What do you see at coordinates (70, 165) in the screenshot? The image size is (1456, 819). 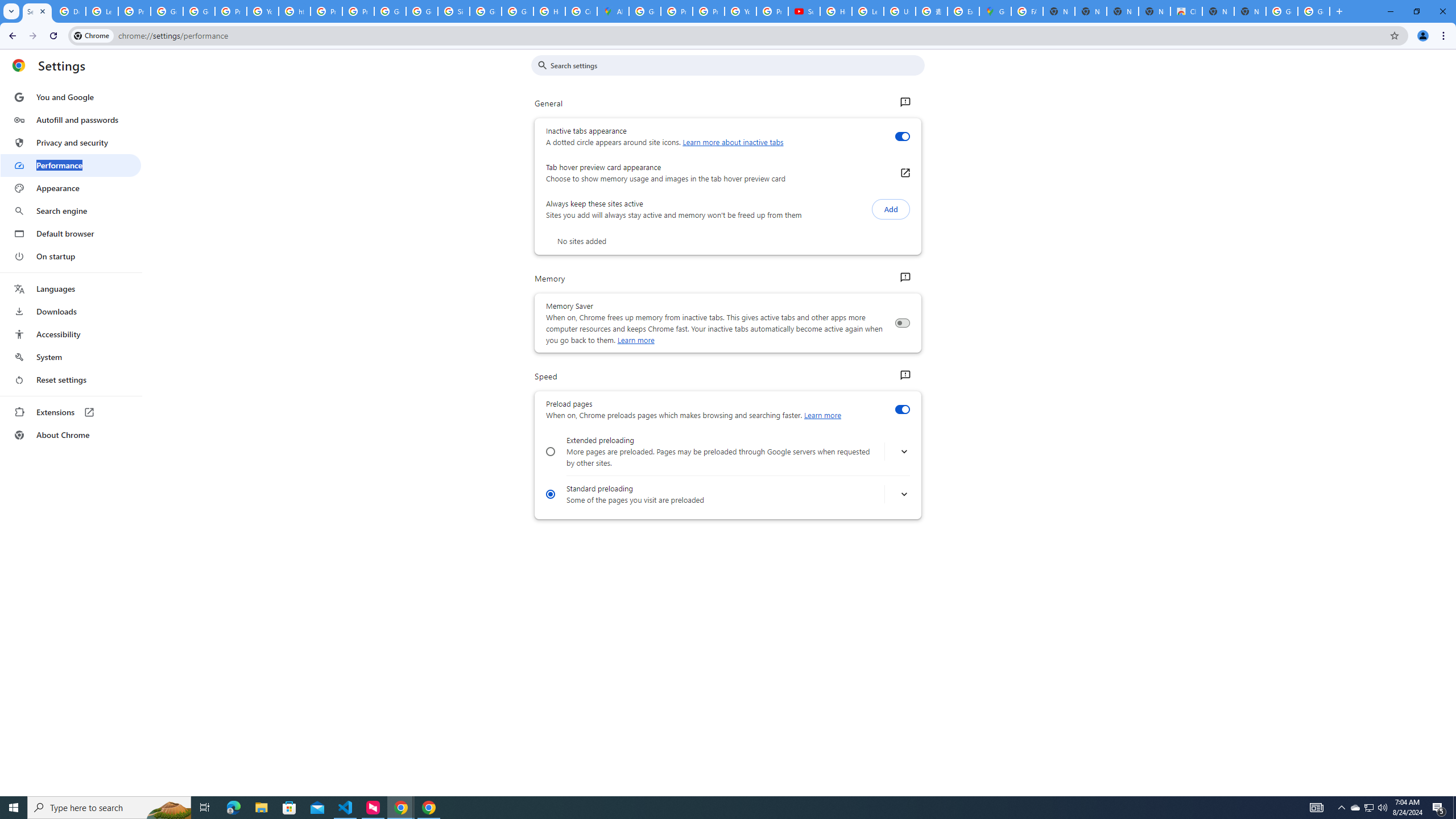 I see `'Performance'` at bounding box center [70, 165].